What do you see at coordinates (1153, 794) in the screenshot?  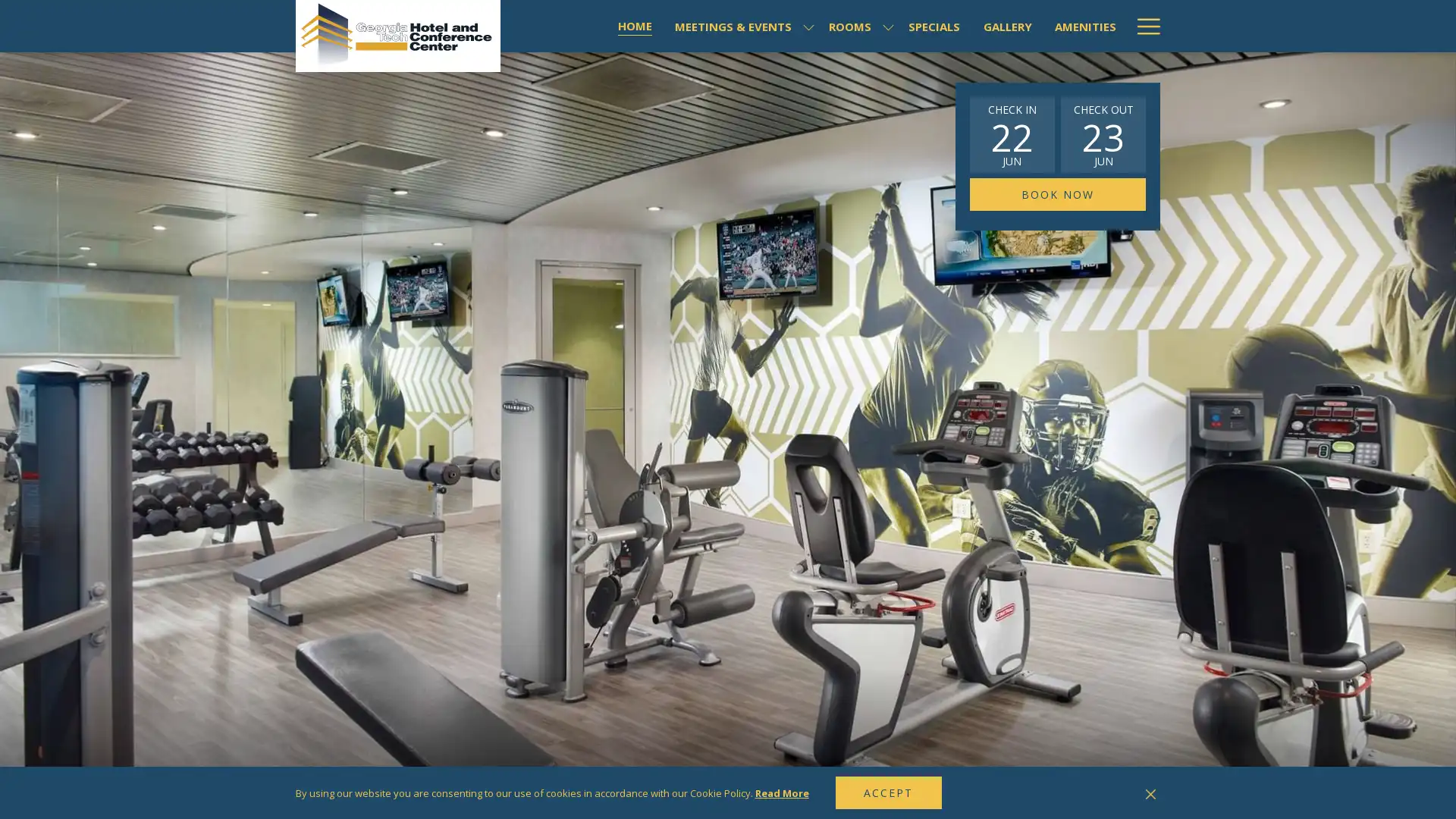 I see `Go to next slideshow element` at bounding box center [1153, 794].